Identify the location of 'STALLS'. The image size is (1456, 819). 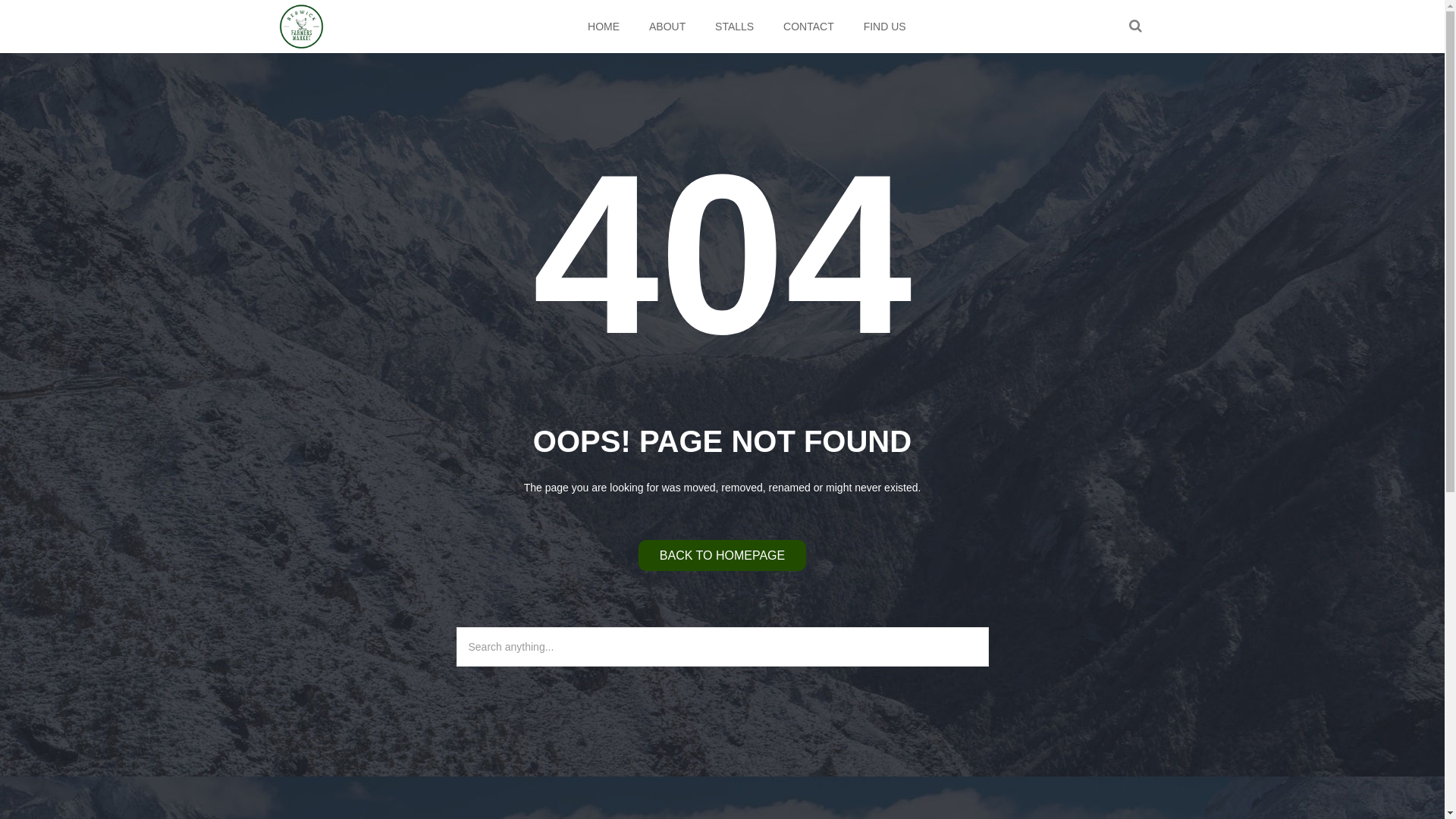
(735, 26).